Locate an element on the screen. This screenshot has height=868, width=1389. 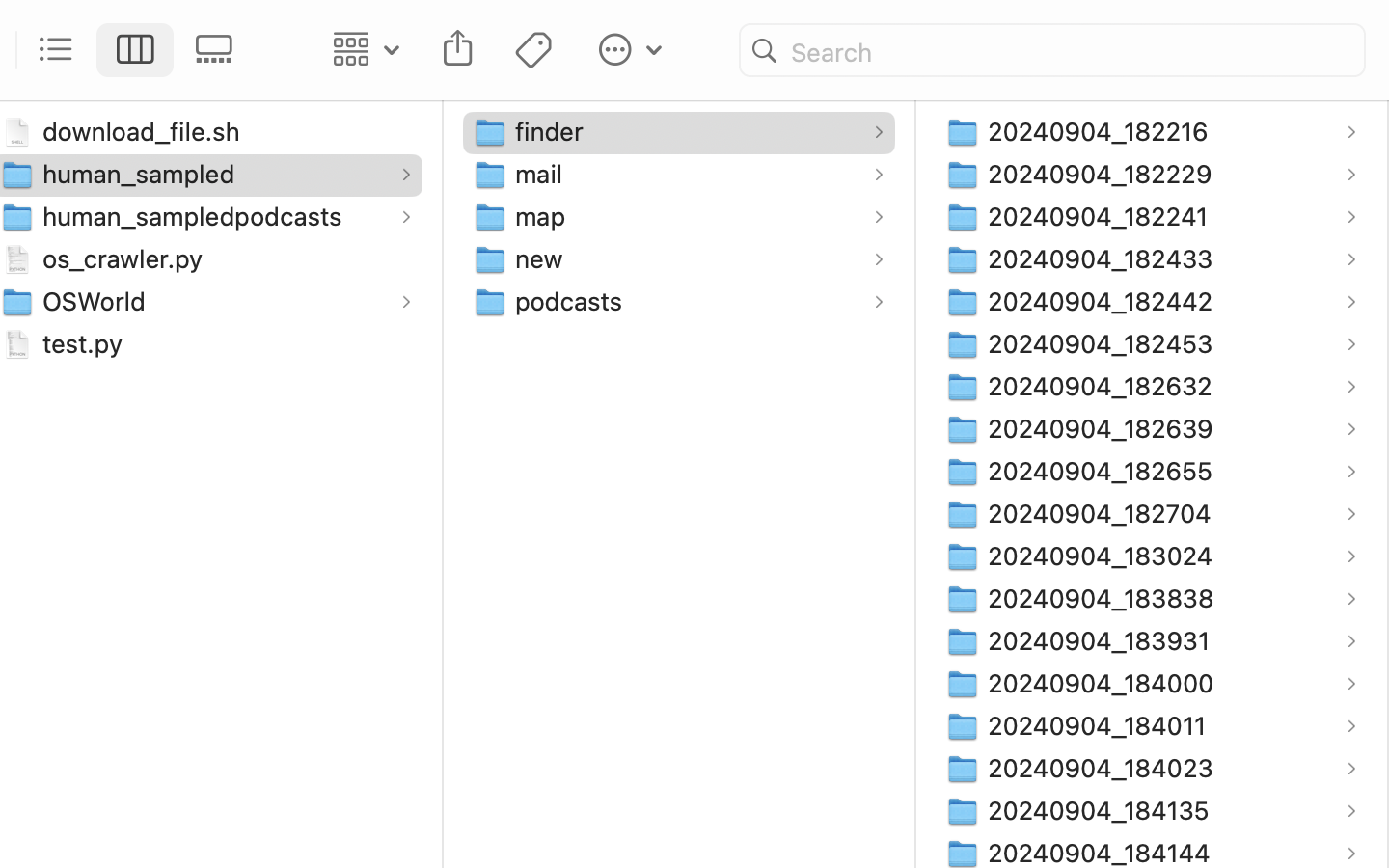
'20240904_184023' is located at coordinates (1103, 767).